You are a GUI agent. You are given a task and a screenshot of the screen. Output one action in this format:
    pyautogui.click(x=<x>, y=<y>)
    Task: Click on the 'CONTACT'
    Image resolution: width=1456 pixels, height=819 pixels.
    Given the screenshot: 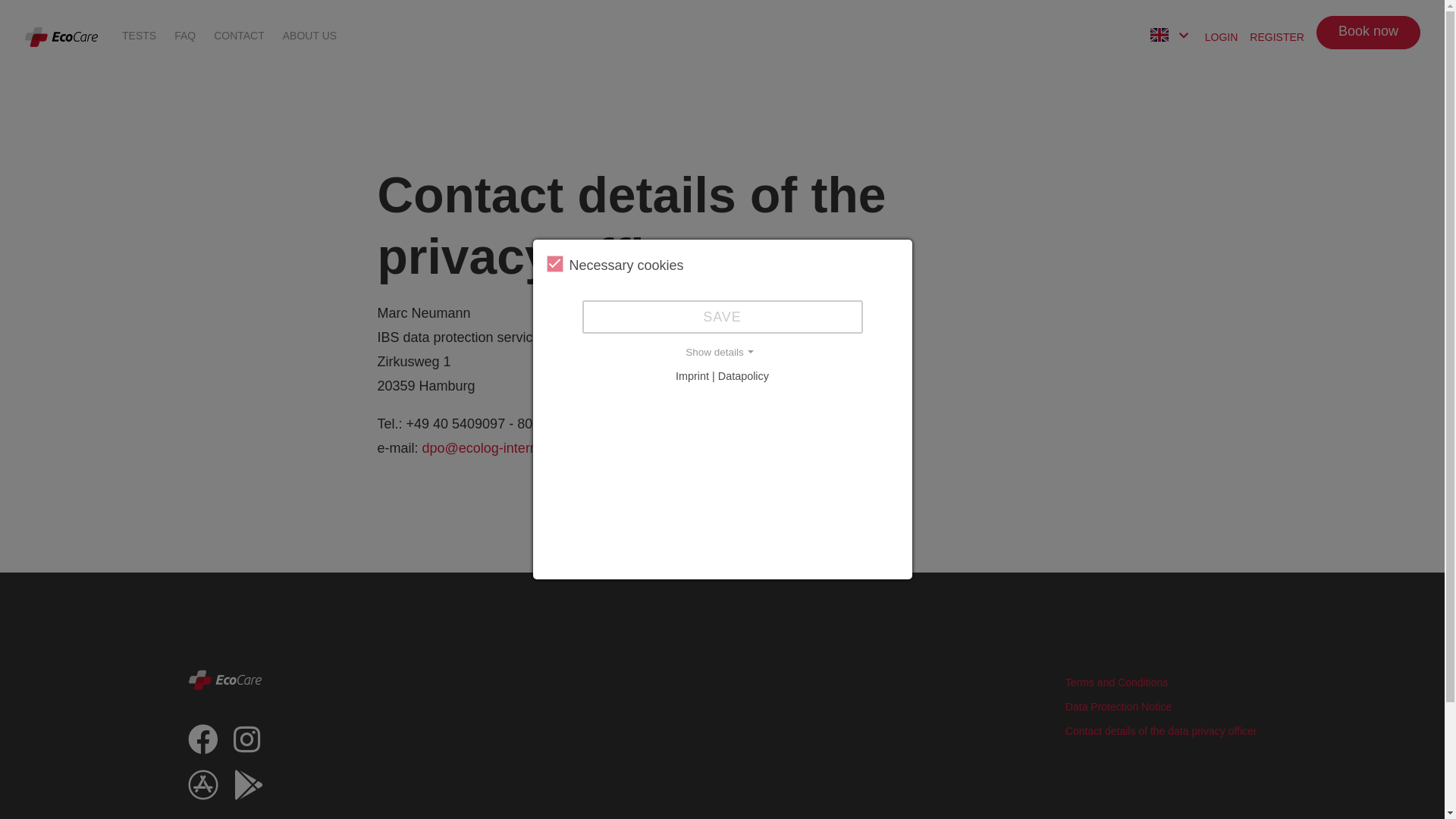 What is the action you would take?
    pyautogui.click(x=238, y=34)
    